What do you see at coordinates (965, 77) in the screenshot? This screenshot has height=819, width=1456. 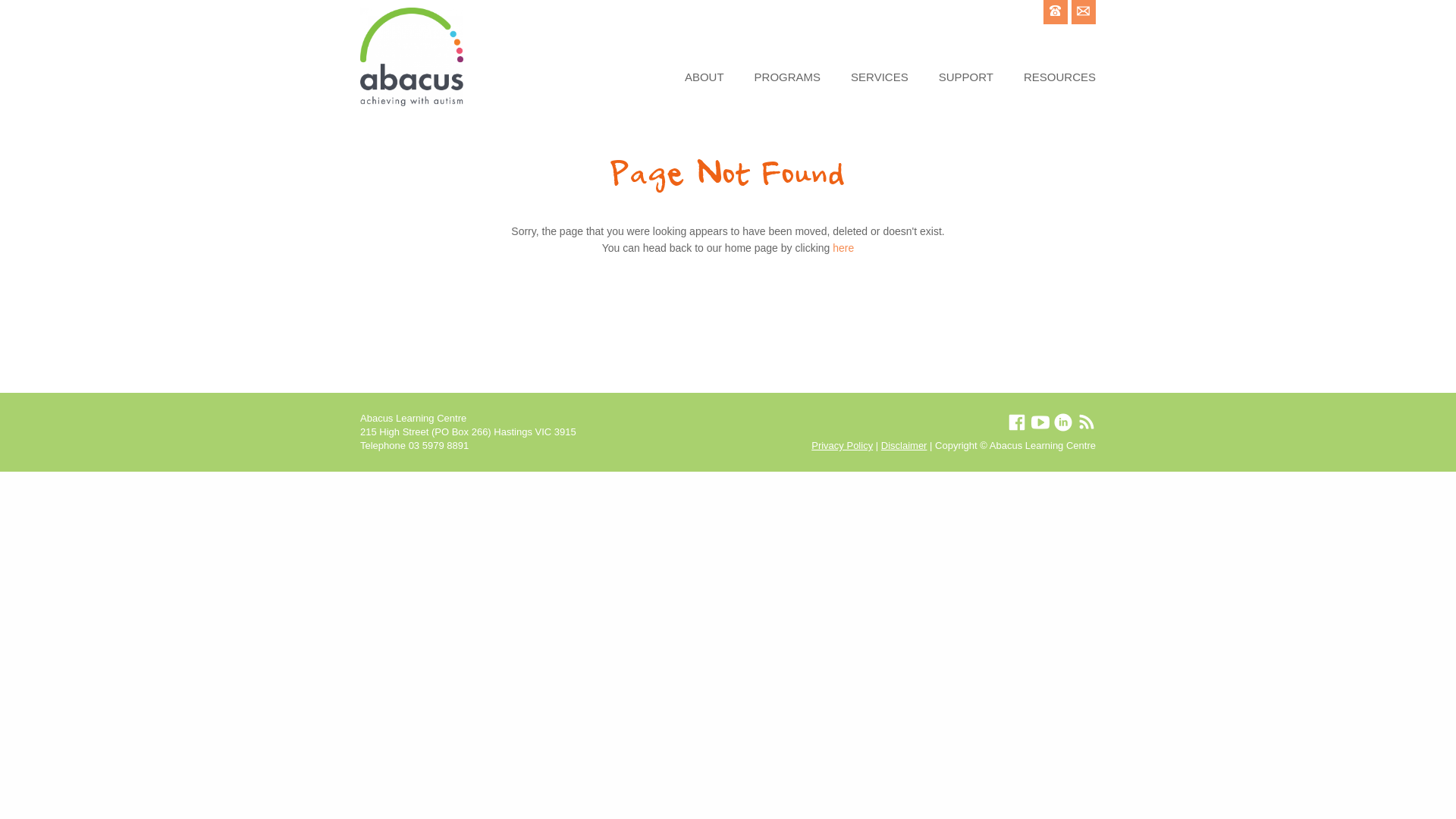 I see `'SUPPORT'` at bounding box center [965, 77].